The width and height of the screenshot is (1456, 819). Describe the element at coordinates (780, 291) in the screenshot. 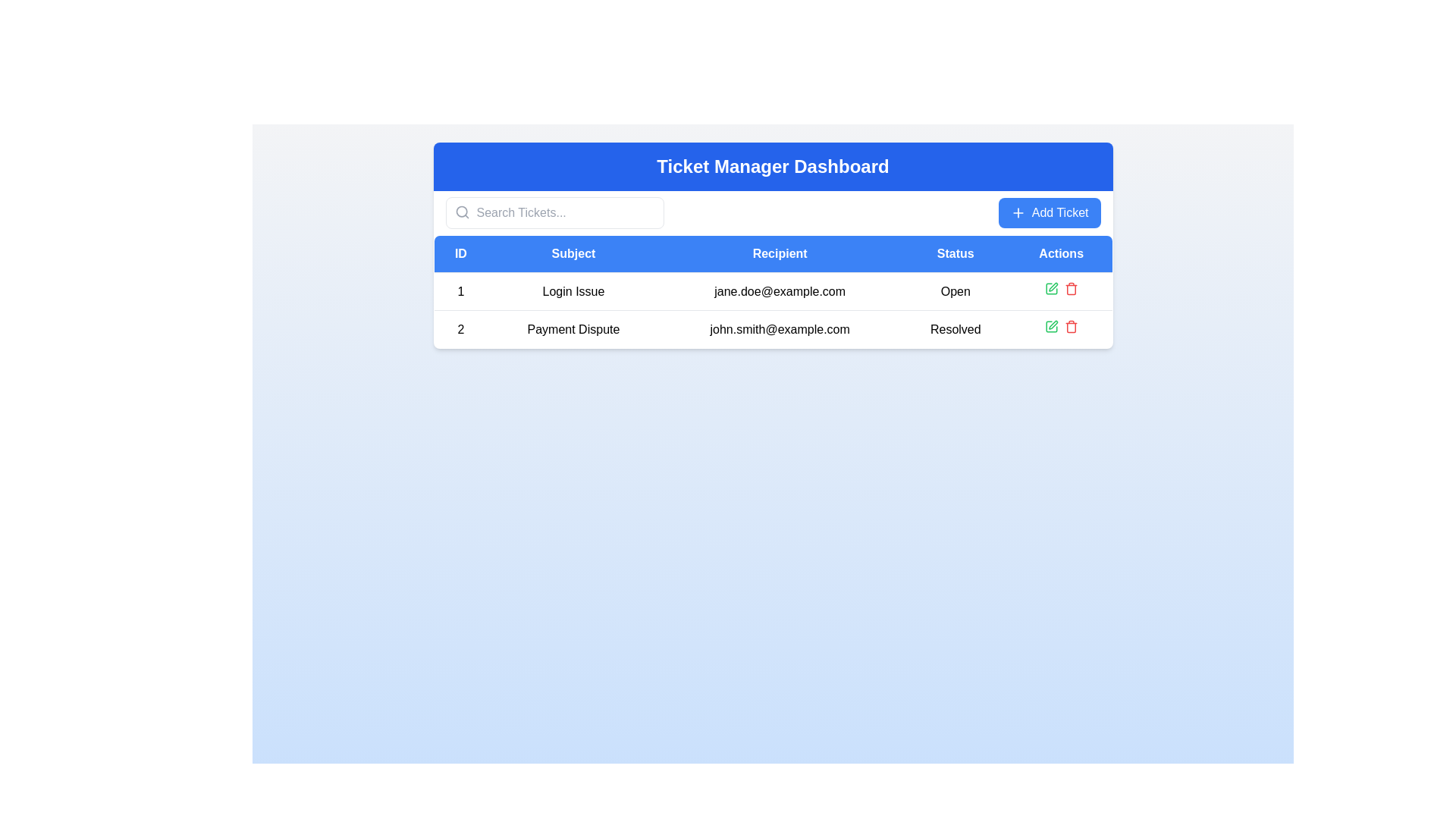

I see `the text label displaying the email address 'jane.doe@example.com' in the 'Recipient' column of the first row of the data table` at that location.